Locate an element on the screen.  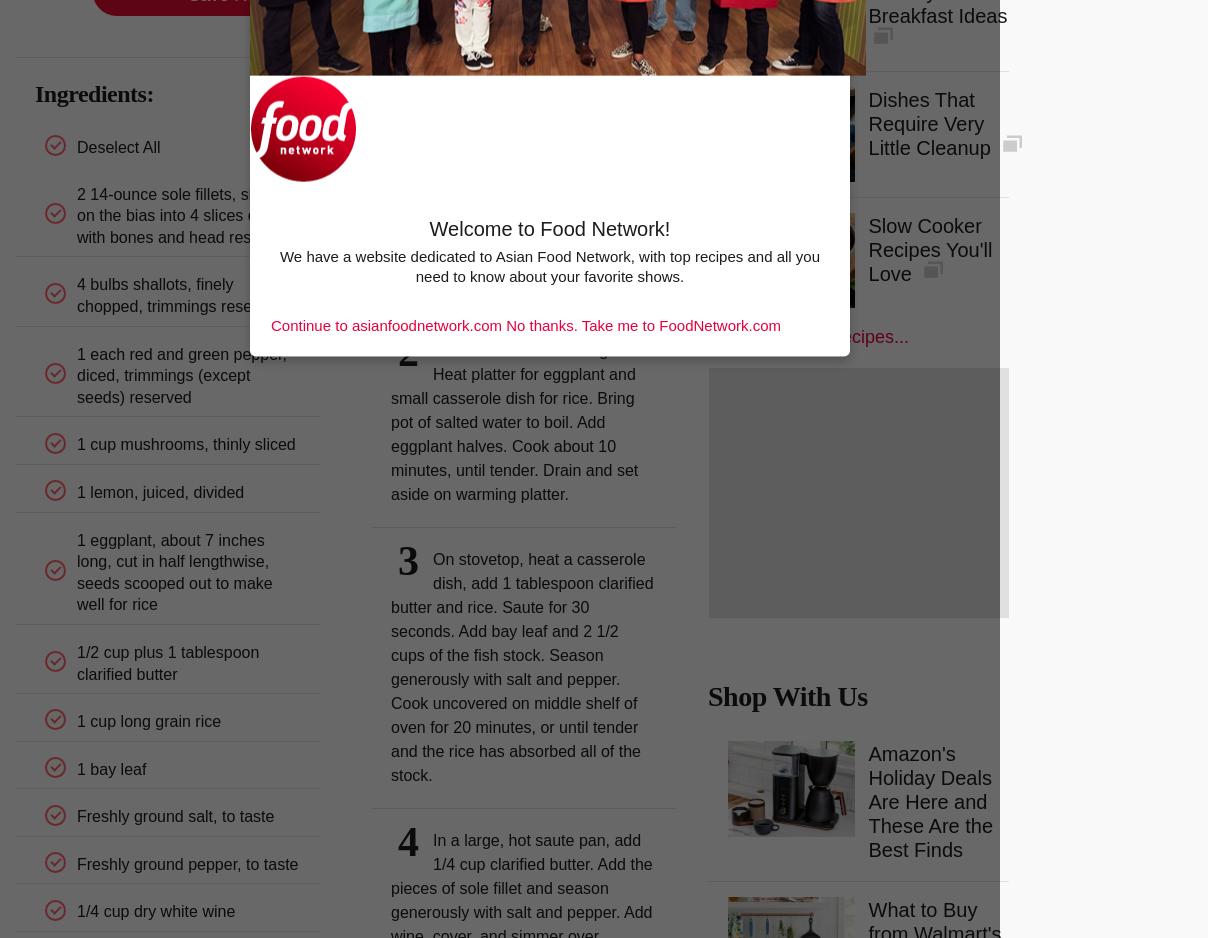
'On stovetop, heat a casserole dish, add 1 tablespoon clarified butter and rice. Saute for 30 seconds. Add bay leaf and 2 1/2 cups of the fish stock. Season generously with salt and pepper. Cook uncovered on middle shelf of oven for 20 minutes, or until tender and the rice has absorbed all of the stock.' is located at coordinates (521, 666).